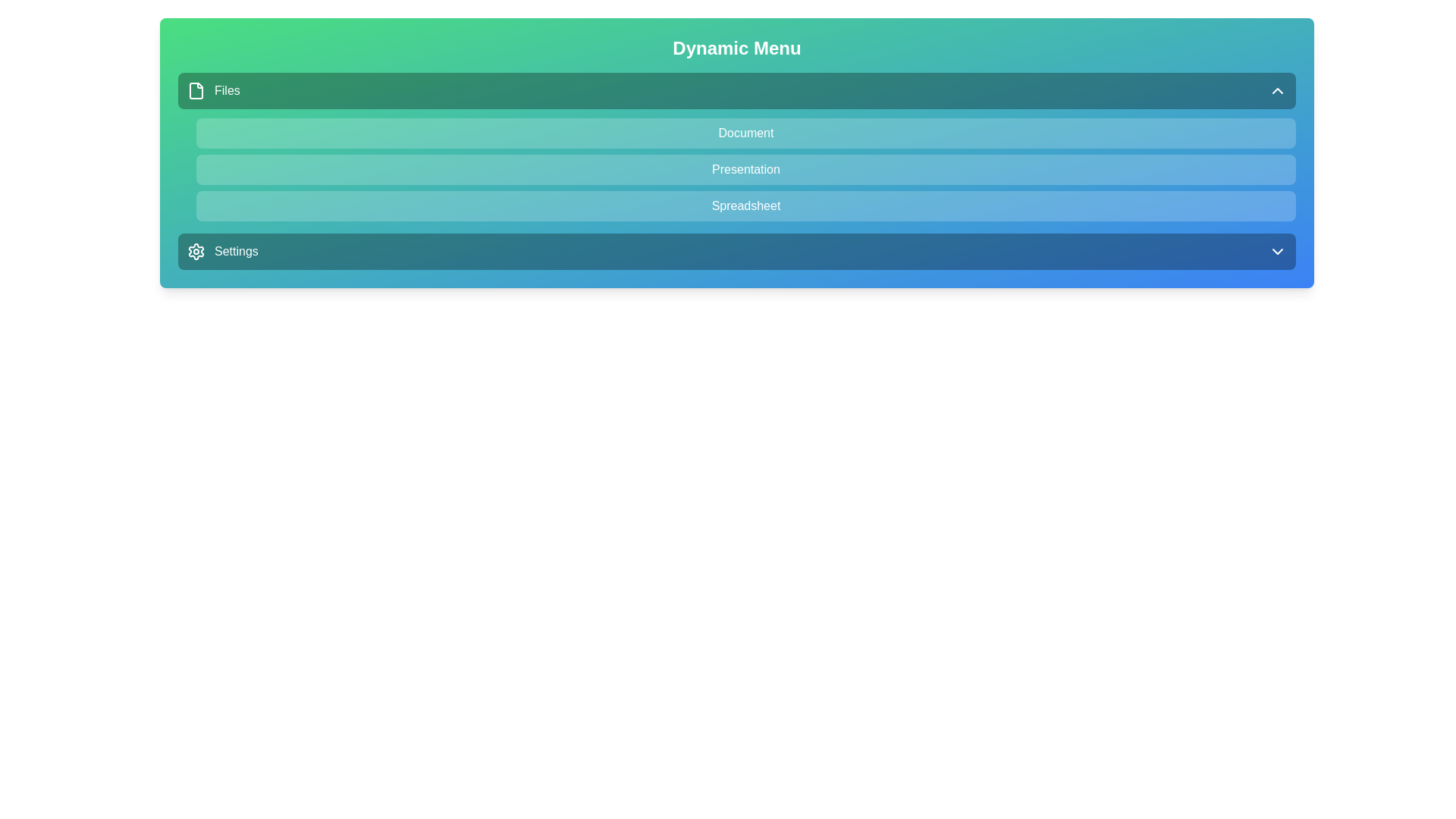 The image size is (1456, 819). What do you see at coordinates (736, 90) in the screenshot?
I see `the first interactive menu item in the 'Dynamic Menu'` at bounding box center [736, 90].